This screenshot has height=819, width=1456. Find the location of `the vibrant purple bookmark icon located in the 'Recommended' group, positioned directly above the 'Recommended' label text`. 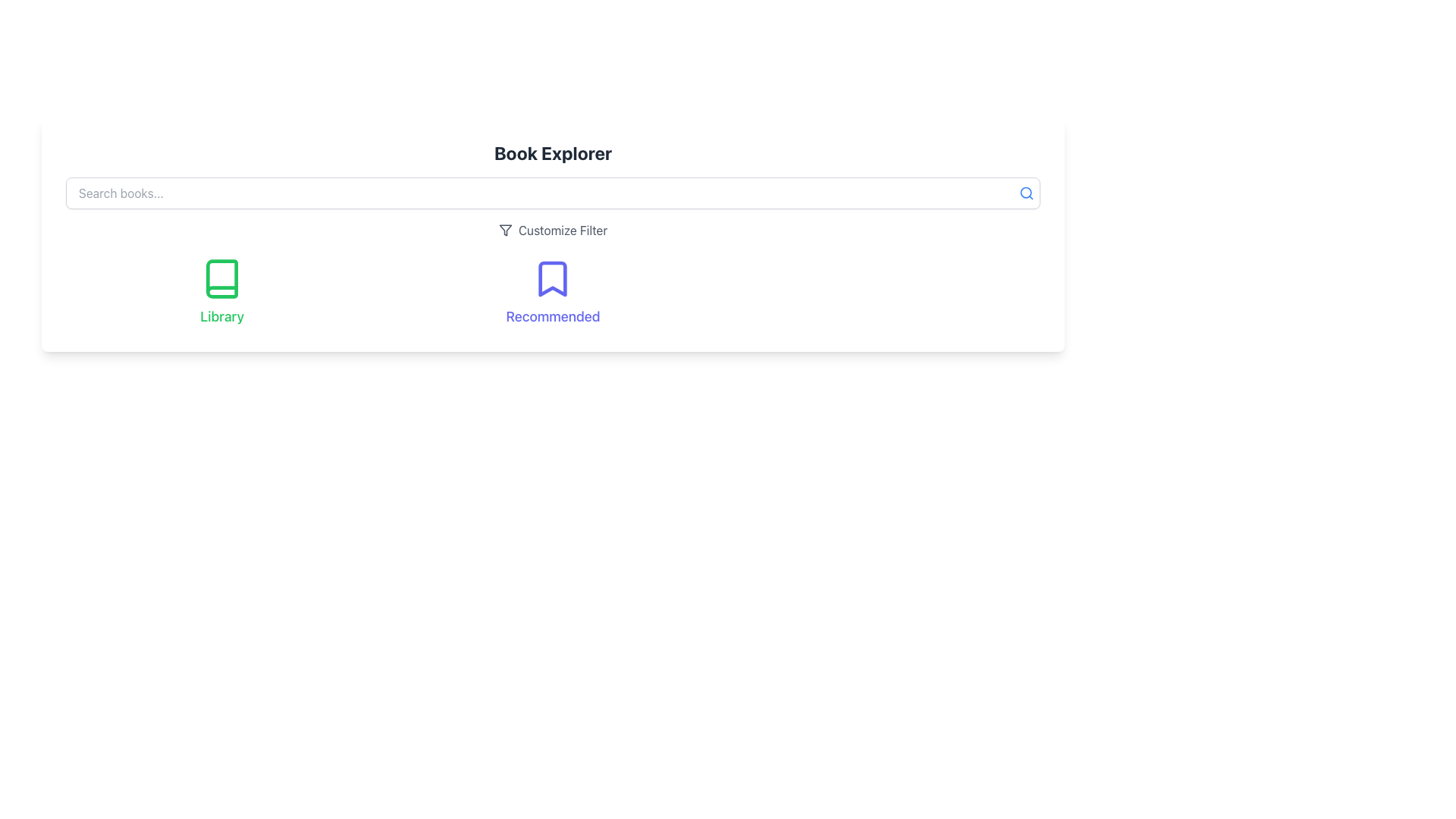

the vibrant purple bookmark icon located in the 'Recommended' group, positioned directly above the 'Recommended' label text is located at coordinates (552, 278).